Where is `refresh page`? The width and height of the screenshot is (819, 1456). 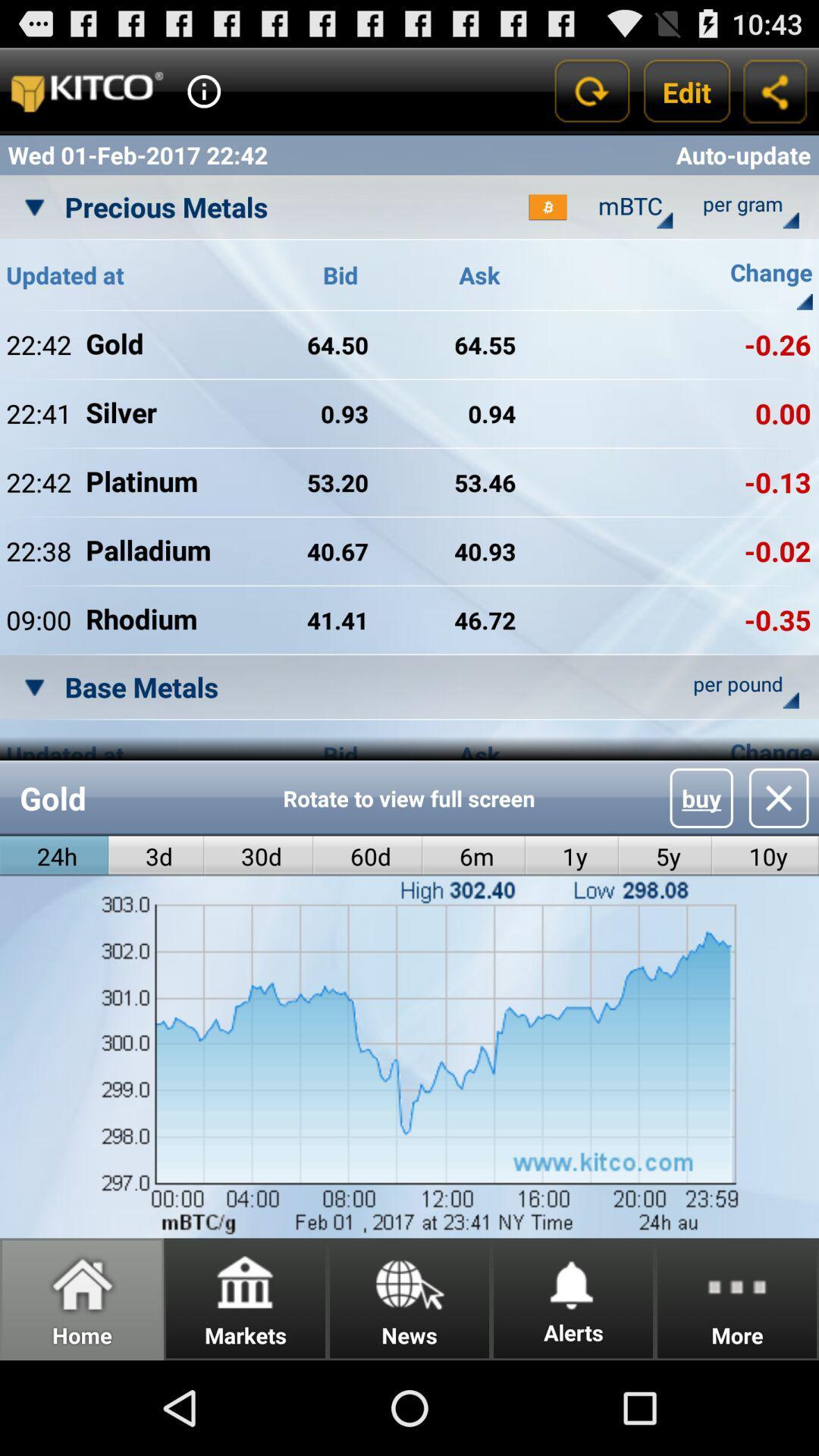 refresh page is located at coordinates (590, 90).